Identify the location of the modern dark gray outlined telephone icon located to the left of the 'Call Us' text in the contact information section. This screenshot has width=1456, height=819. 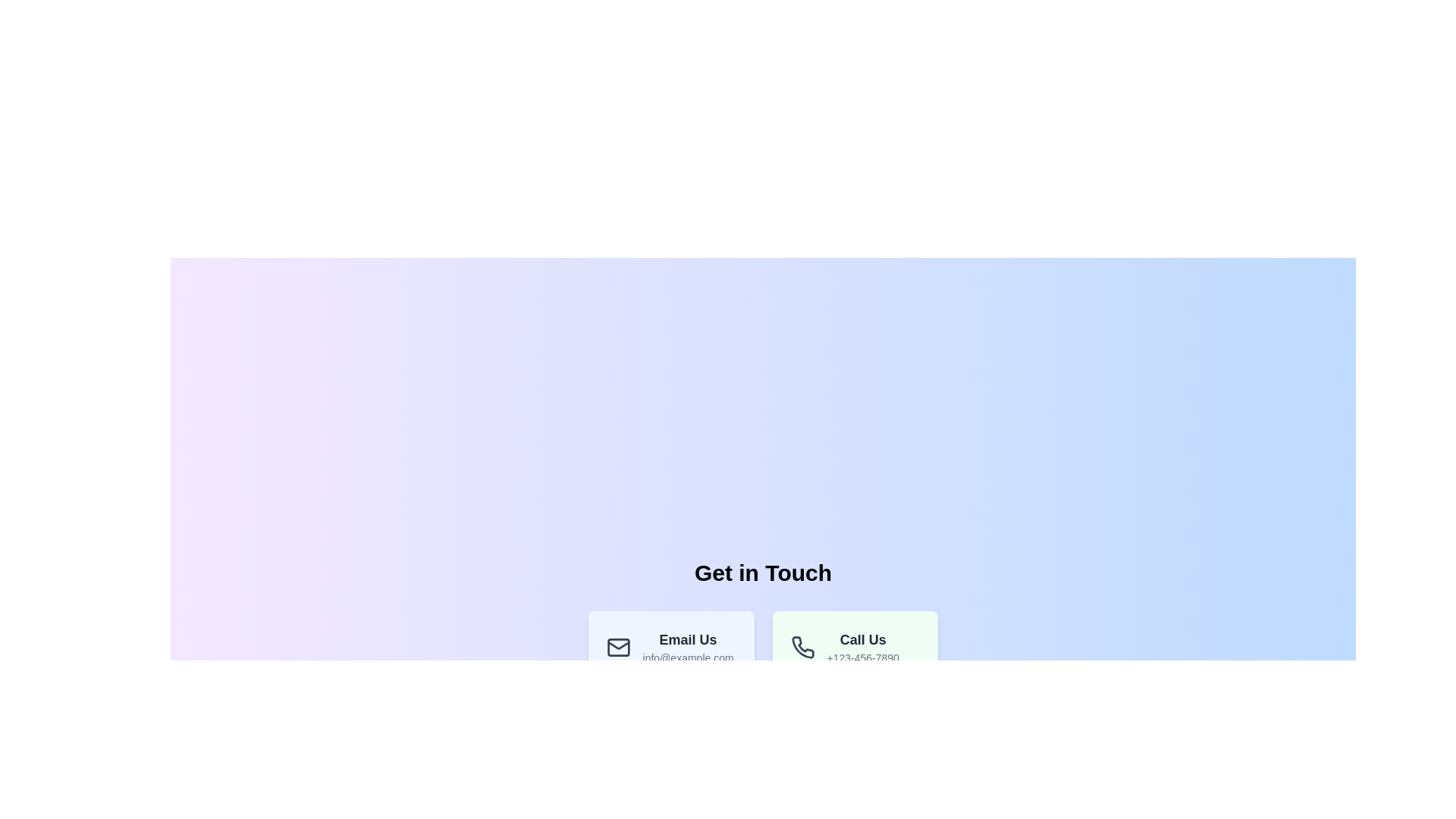
(802, 647).